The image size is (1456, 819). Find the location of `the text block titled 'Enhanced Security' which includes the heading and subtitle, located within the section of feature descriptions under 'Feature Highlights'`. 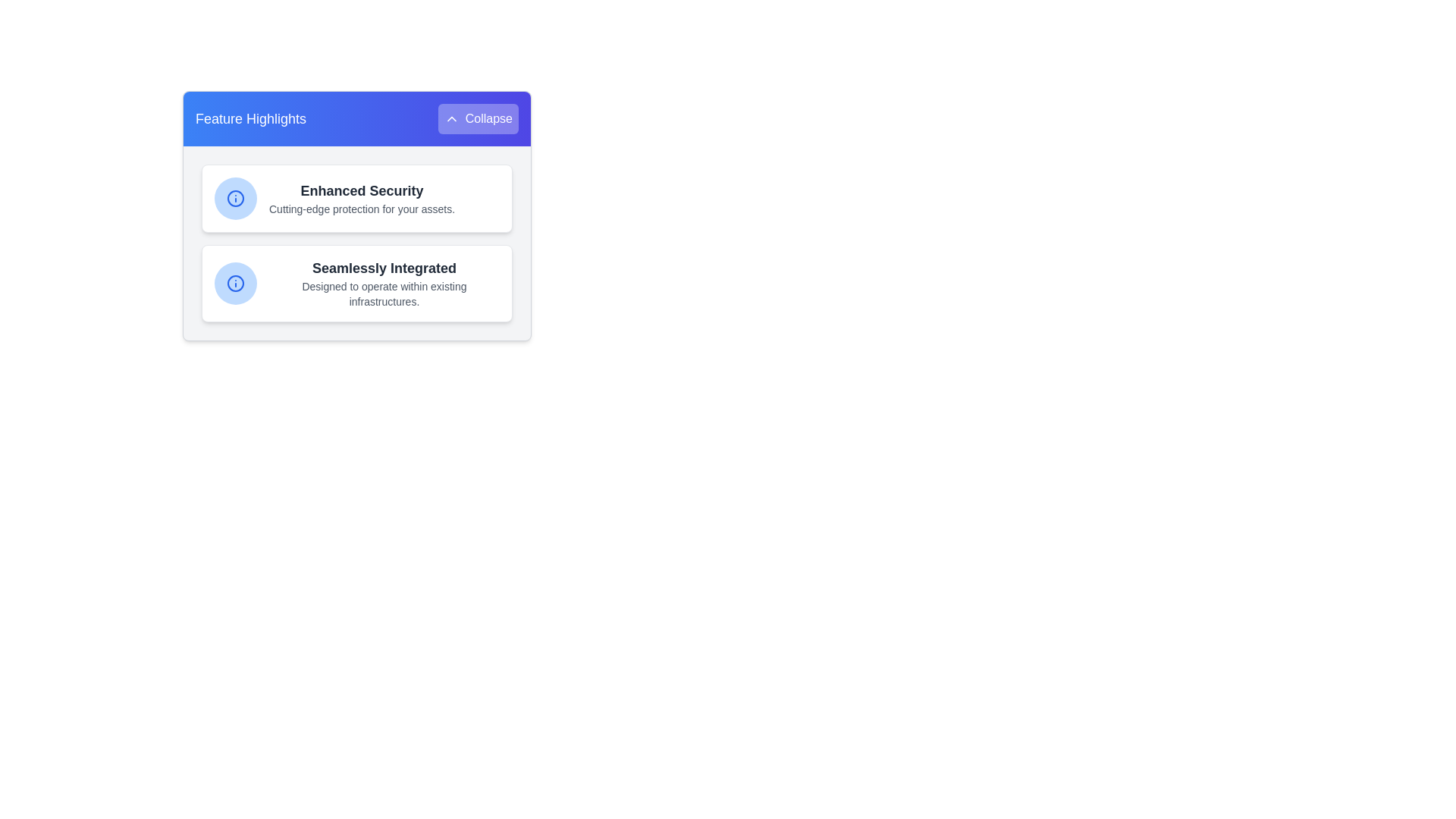

the text block titled 'Enhanced Security' which includes the heading and subtitle, located within the section of feature descriptions under 'Feature Highlights' is located at coordinates (361, 198).